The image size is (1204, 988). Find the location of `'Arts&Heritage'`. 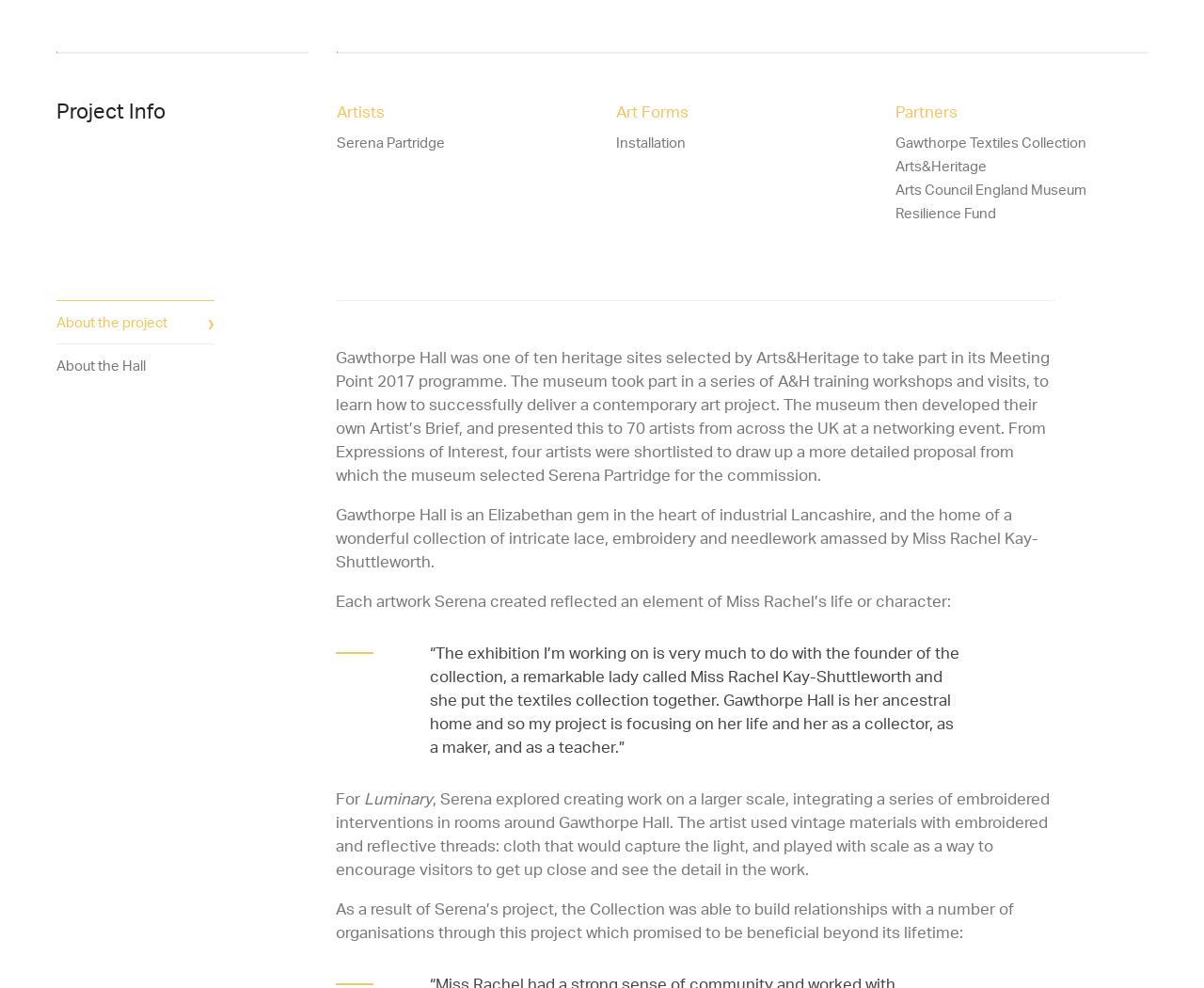

'Arts&Heritage' is located at coordinates (941, 166).